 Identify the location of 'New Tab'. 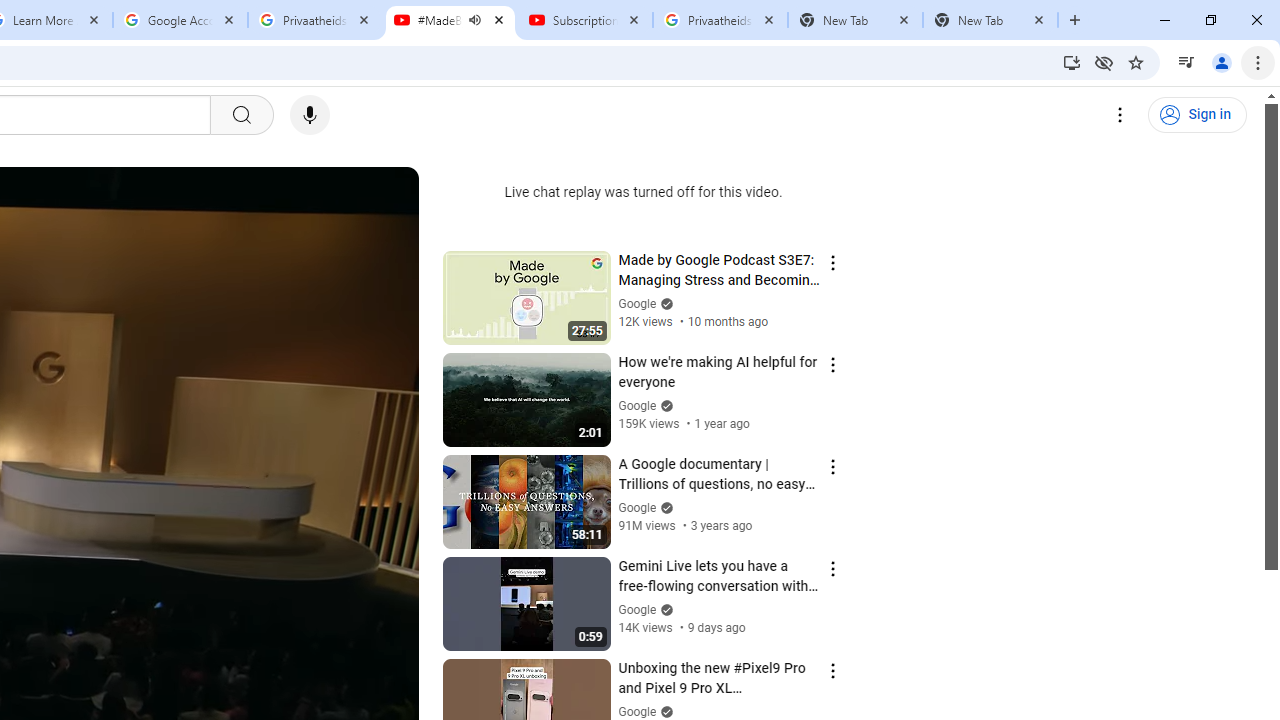
(990, 20).